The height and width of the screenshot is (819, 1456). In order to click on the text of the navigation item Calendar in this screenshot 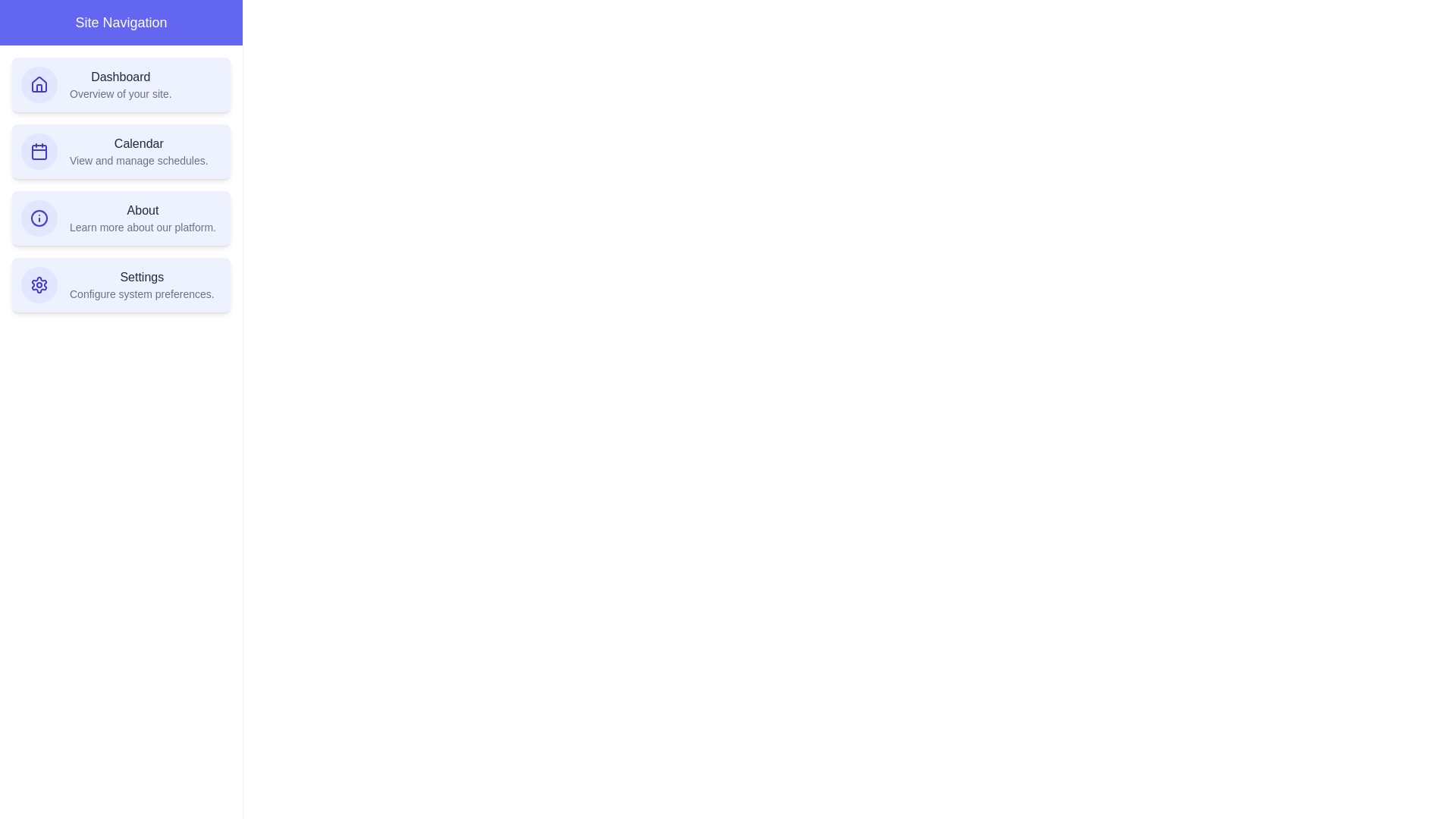, I will do `click(138, 143)`.